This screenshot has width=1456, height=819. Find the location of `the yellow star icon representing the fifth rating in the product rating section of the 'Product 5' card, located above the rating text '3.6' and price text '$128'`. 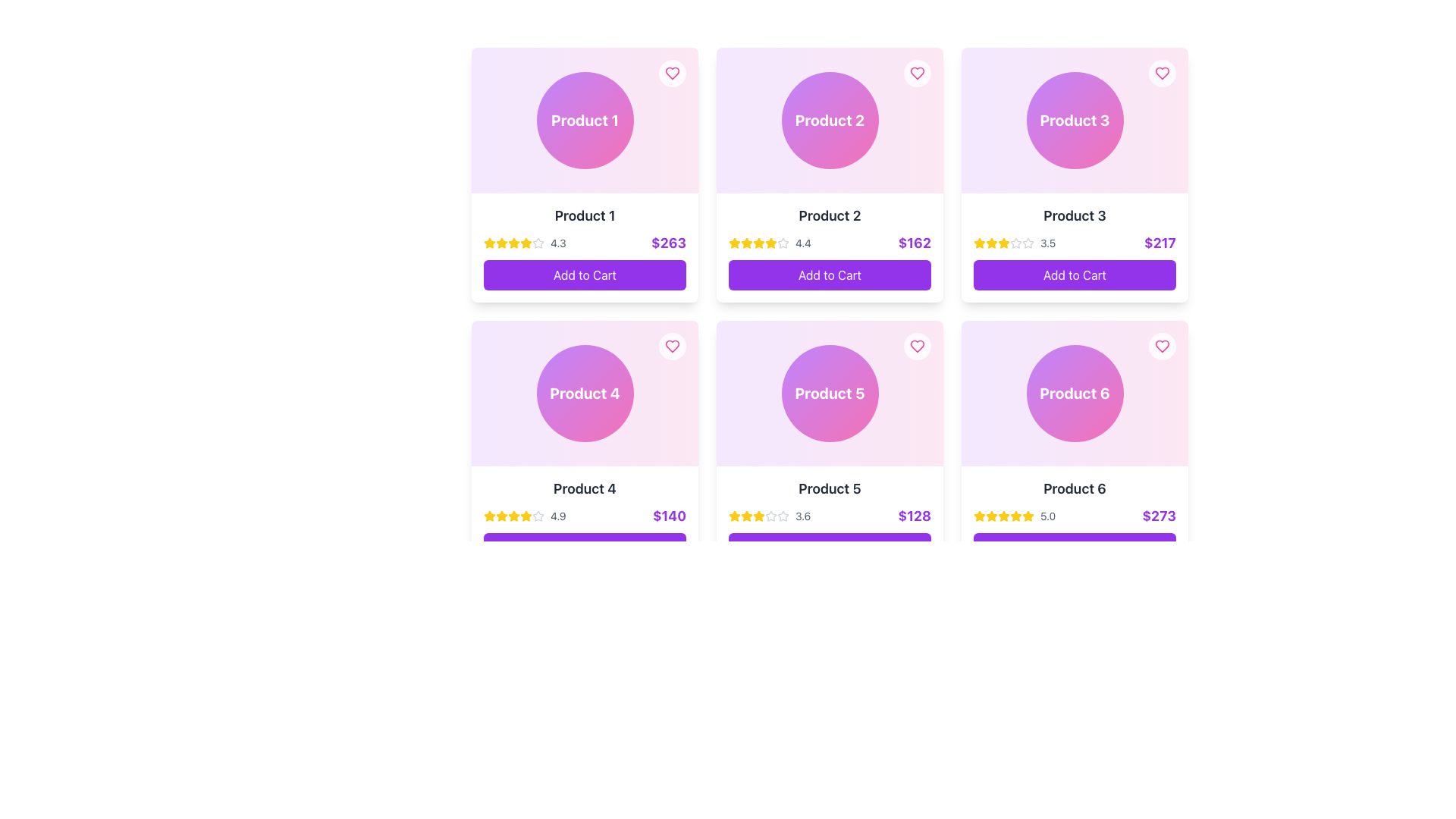

the yellow star icon representing the fifth rating in the product rating section of the 'Product 5' card, located above the rating text '3.6' and price text '$128' is located at coordinates (759, 516).